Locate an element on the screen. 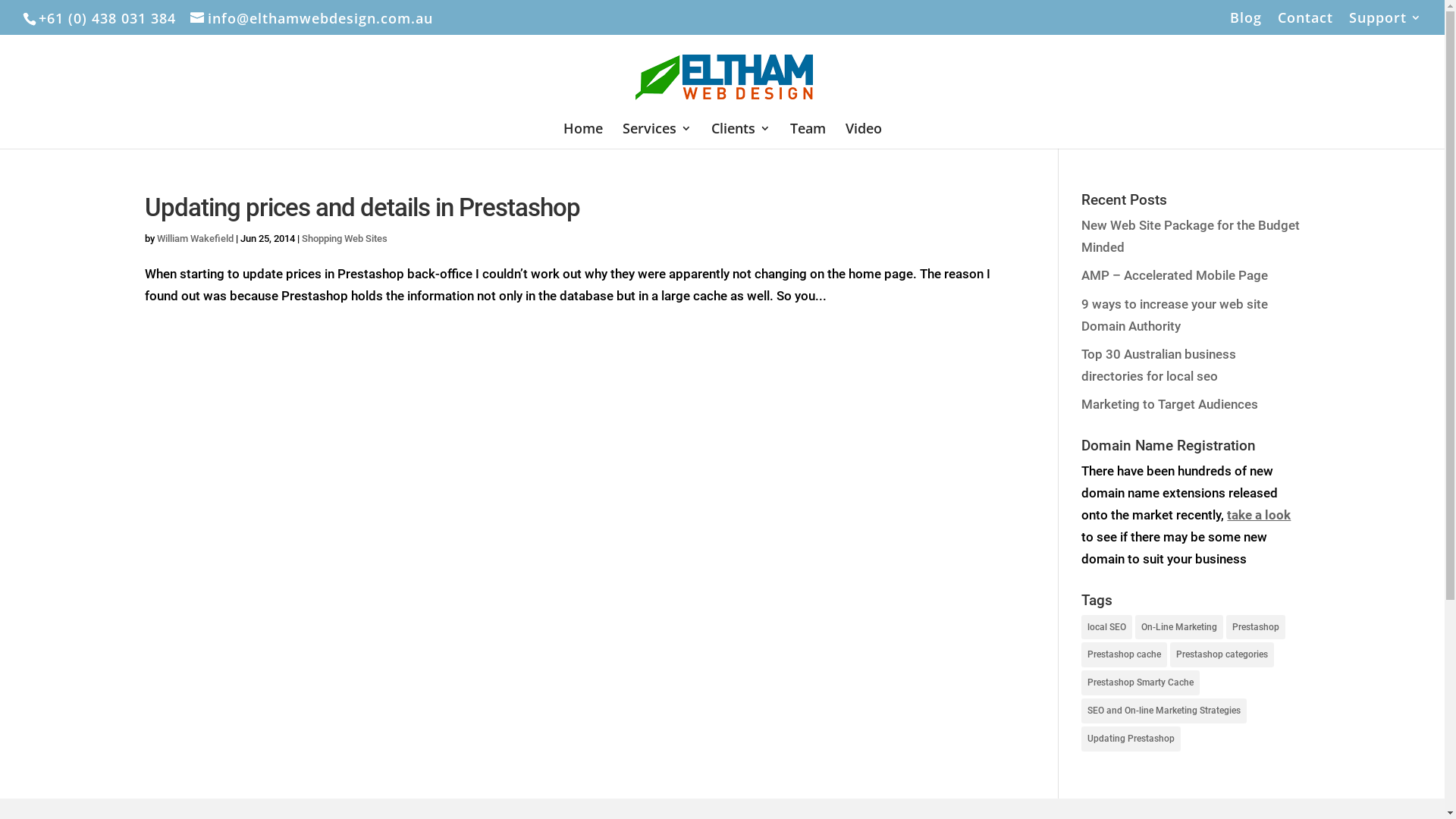 The image size is (1456, 819). 'Top 30 Australian business directories for local seo' is located at coordinates (1080, 365).